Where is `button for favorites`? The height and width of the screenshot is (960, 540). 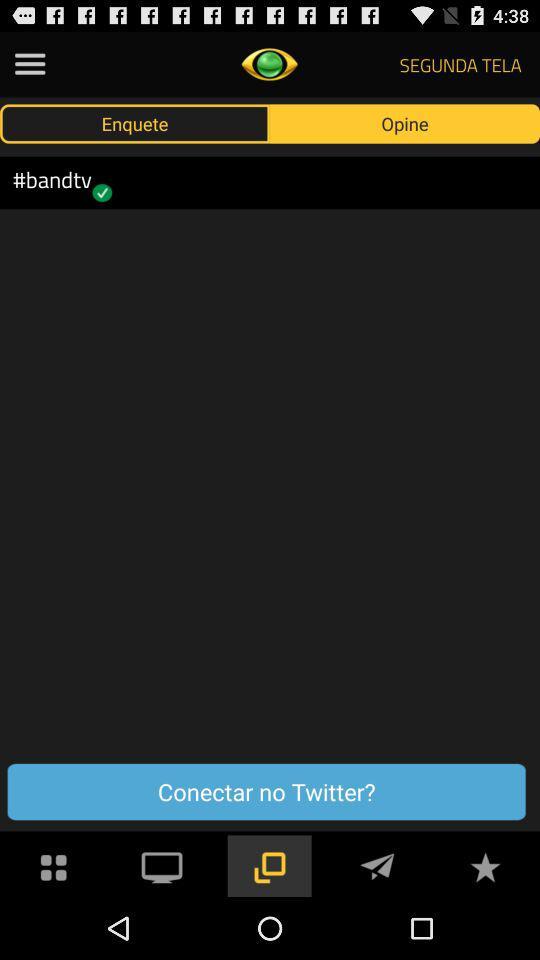
button for favorites is located at coordinates (484, 864).